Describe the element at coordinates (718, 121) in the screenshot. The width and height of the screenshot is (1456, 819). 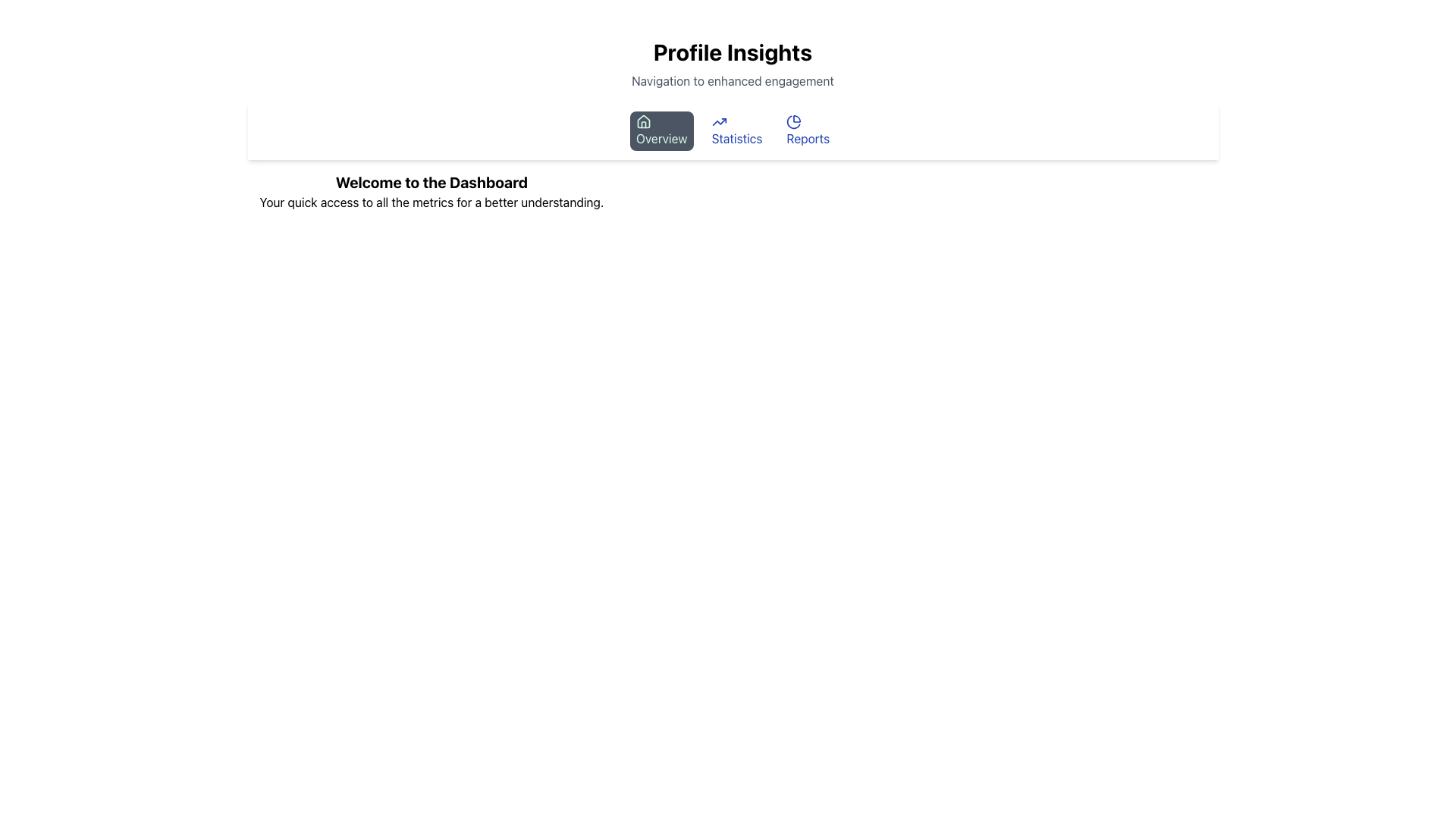
I see `the decorative element representing a trending-up concept, located on the right-hand side of the SVG icon within the navigation bar` at that location.